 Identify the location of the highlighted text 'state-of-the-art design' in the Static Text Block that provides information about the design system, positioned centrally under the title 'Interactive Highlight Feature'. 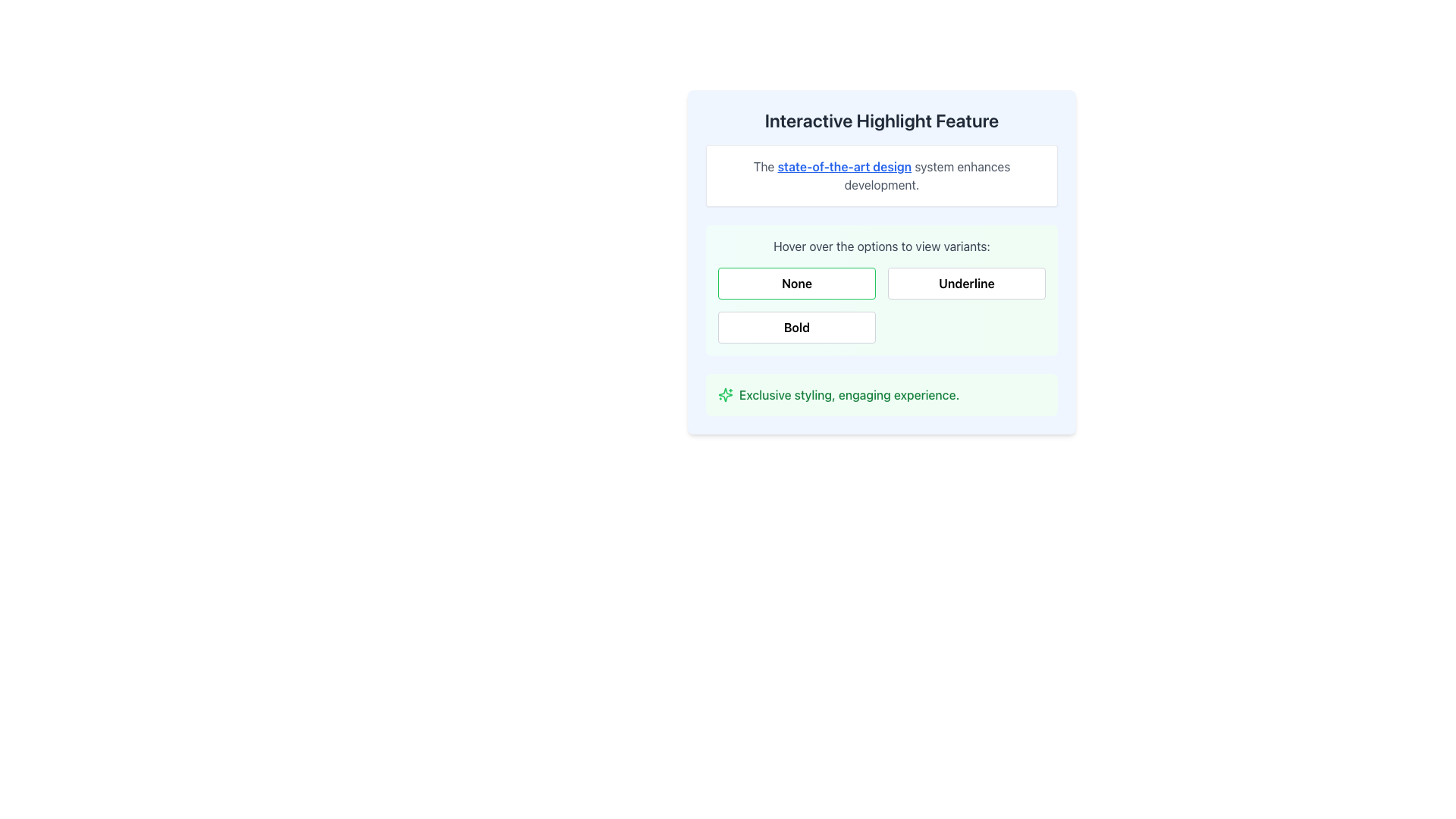
(881, 174).